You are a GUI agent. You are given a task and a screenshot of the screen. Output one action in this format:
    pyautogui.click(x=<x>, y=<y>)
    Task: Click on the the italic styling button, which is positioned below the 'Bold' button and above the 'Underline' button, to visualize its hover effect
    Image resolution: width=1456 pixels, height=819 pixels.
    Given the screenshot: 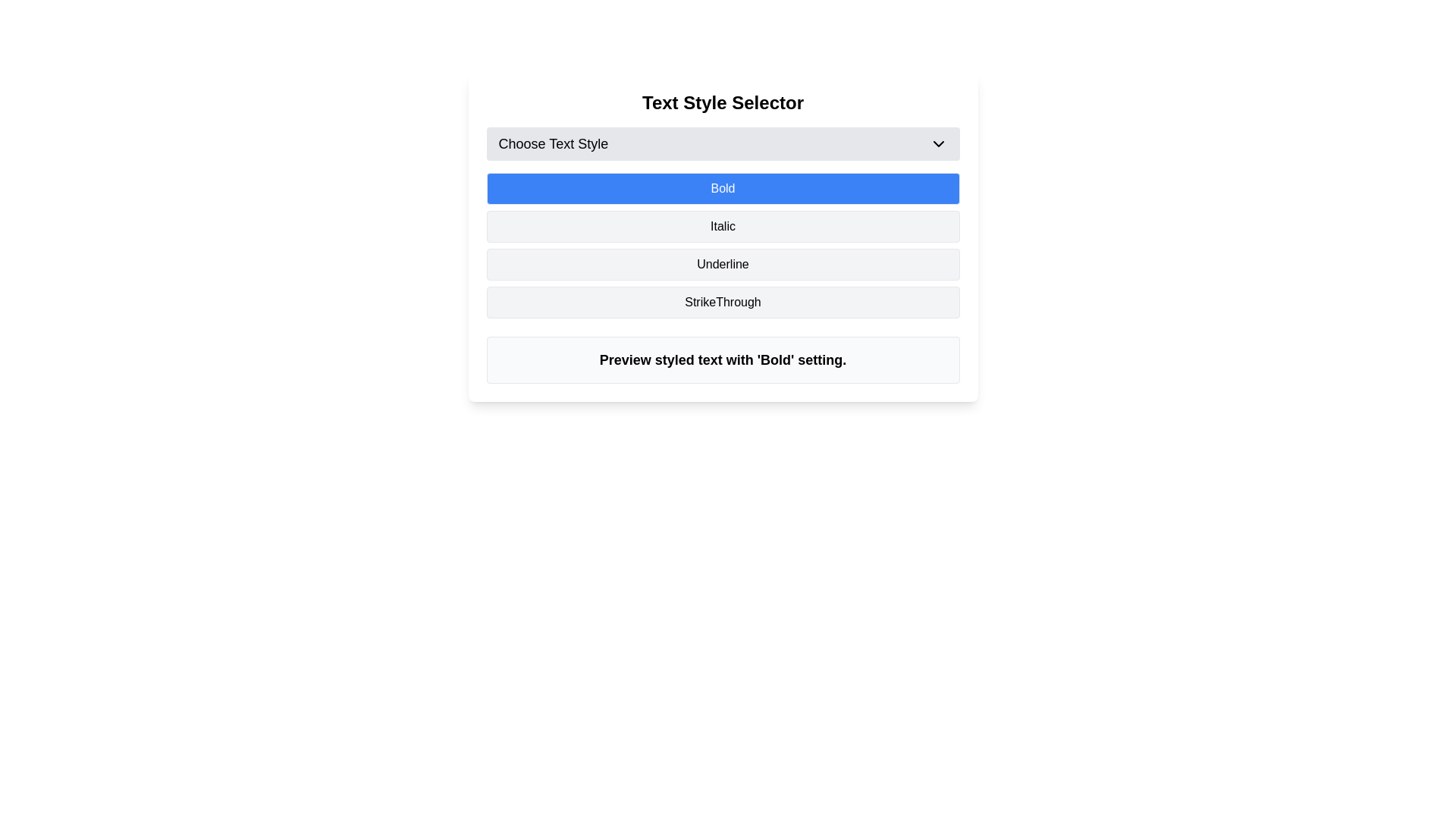 What is the action you would take?
    pyautogui.click(x=722, y=227)
    